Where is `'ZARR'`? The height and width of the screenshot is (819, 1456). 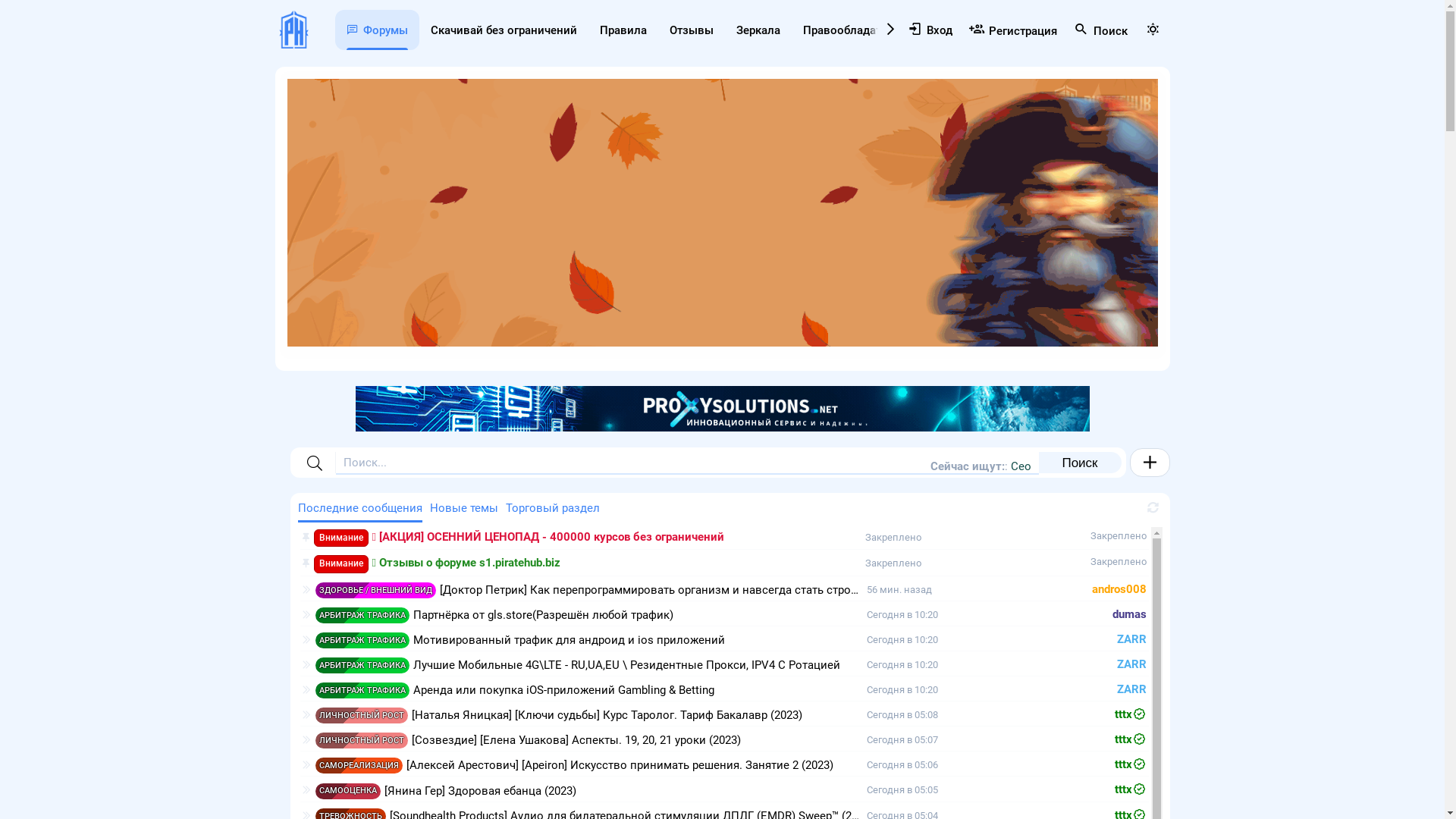 'ZARR' is located at coordinates (1116, 664).